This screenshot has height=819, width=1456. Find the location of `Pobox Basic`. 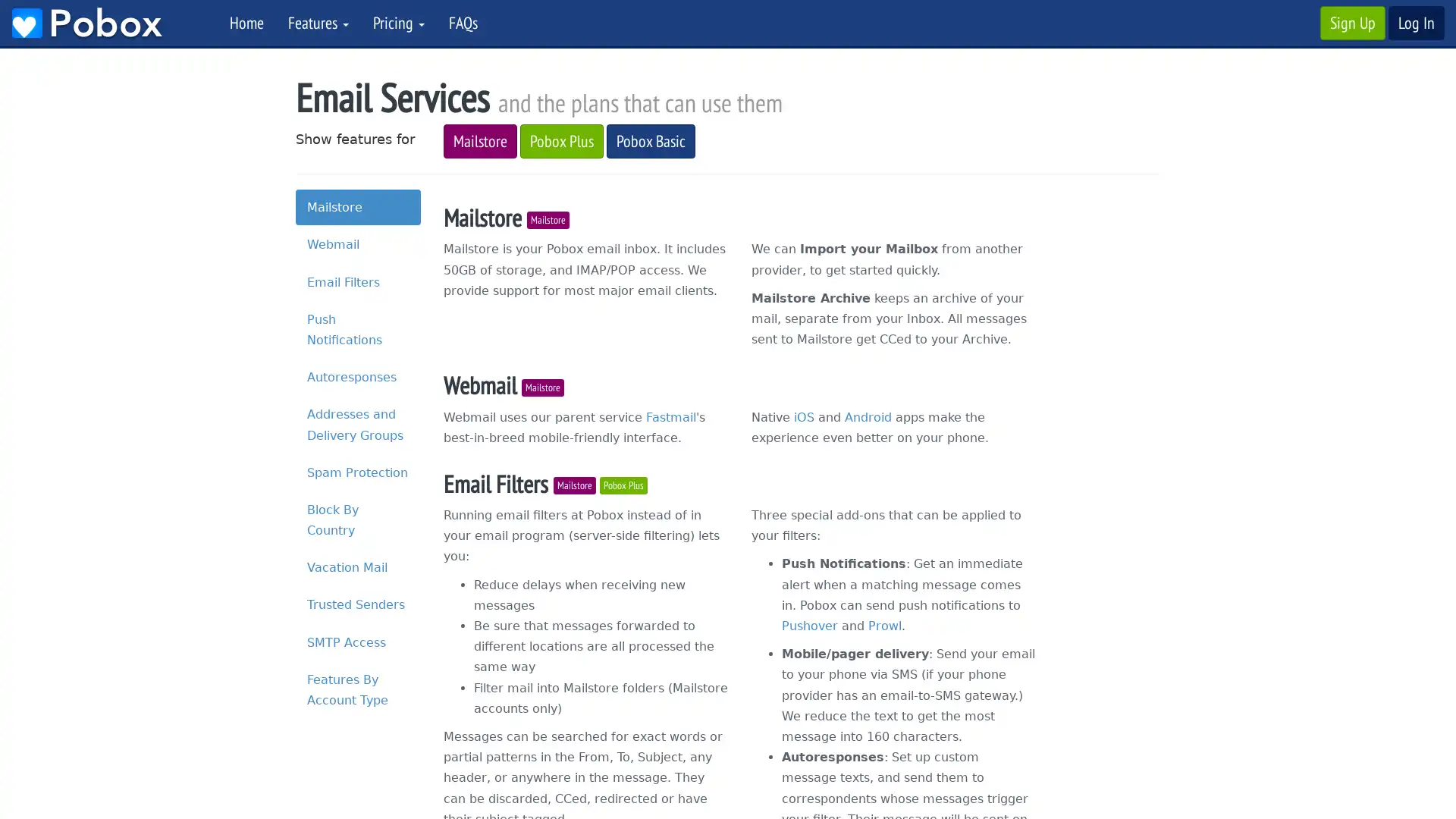

Pobox Basic is located at coordinates (651, 140).